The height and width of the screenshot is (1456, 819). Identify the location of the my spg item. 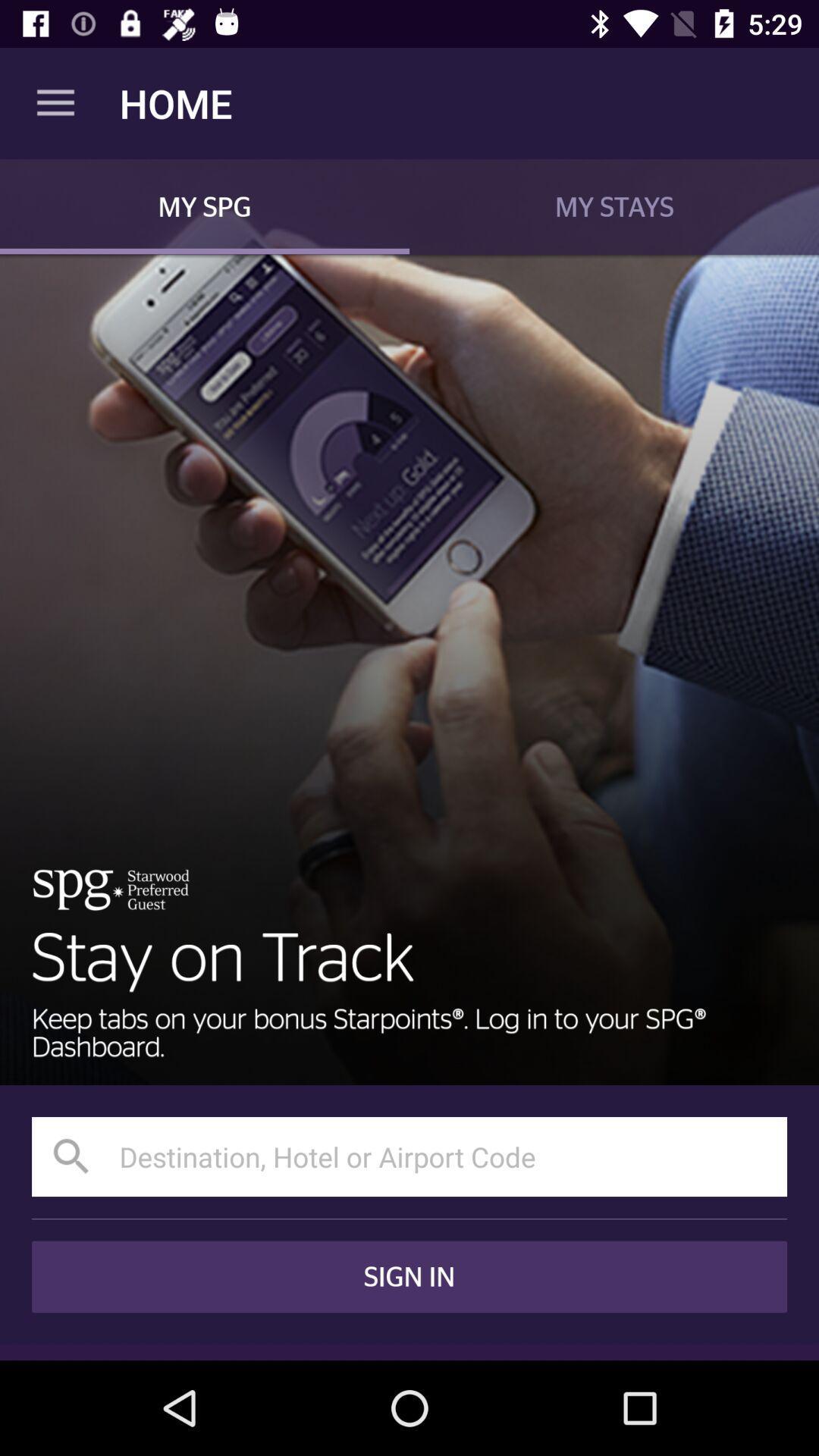
(205, 206).